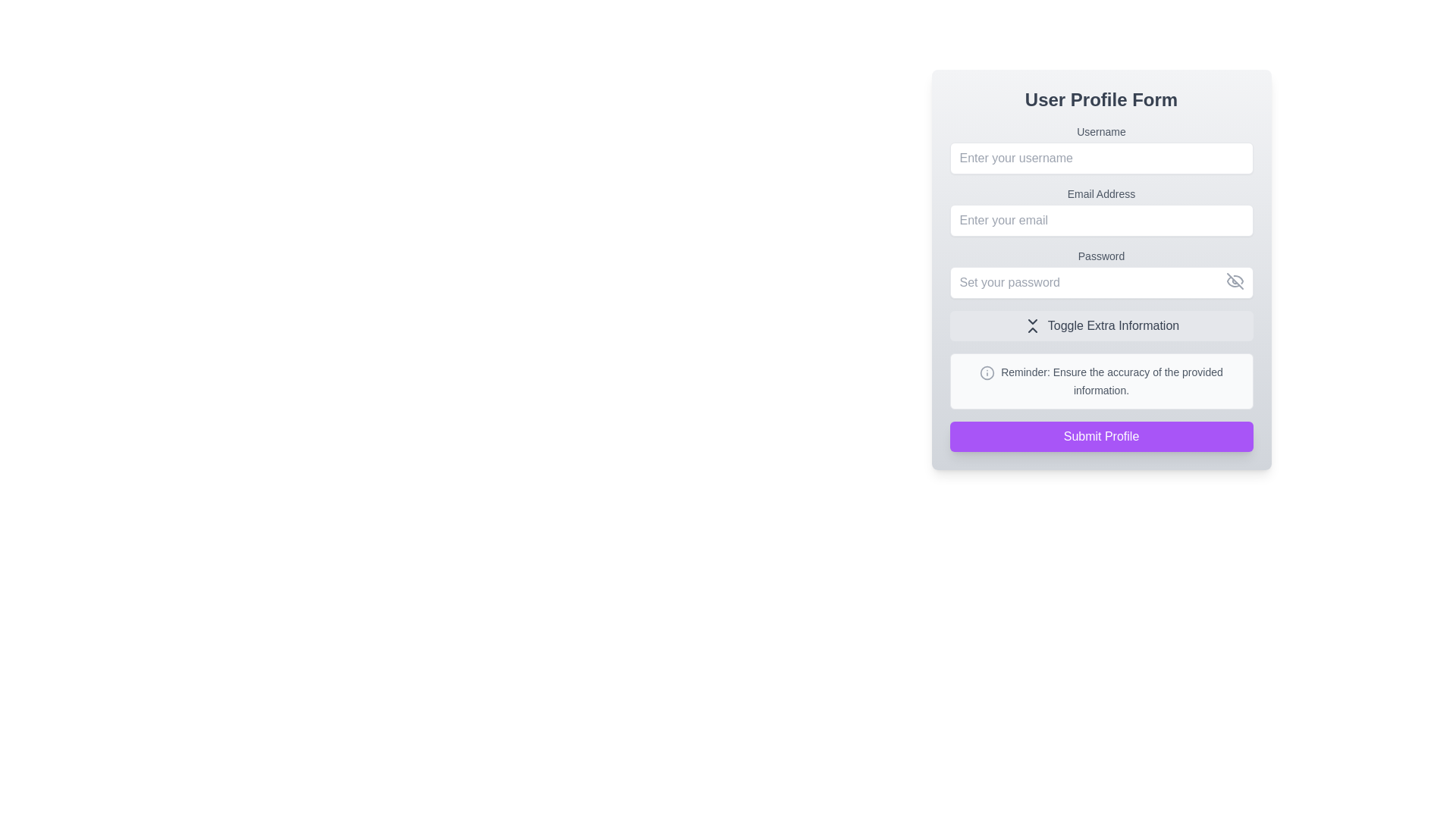  I want to click on the toggle button labeled 'Toggle Extra Information' which has a light gray background and rounded corners, so click(1101, 325).